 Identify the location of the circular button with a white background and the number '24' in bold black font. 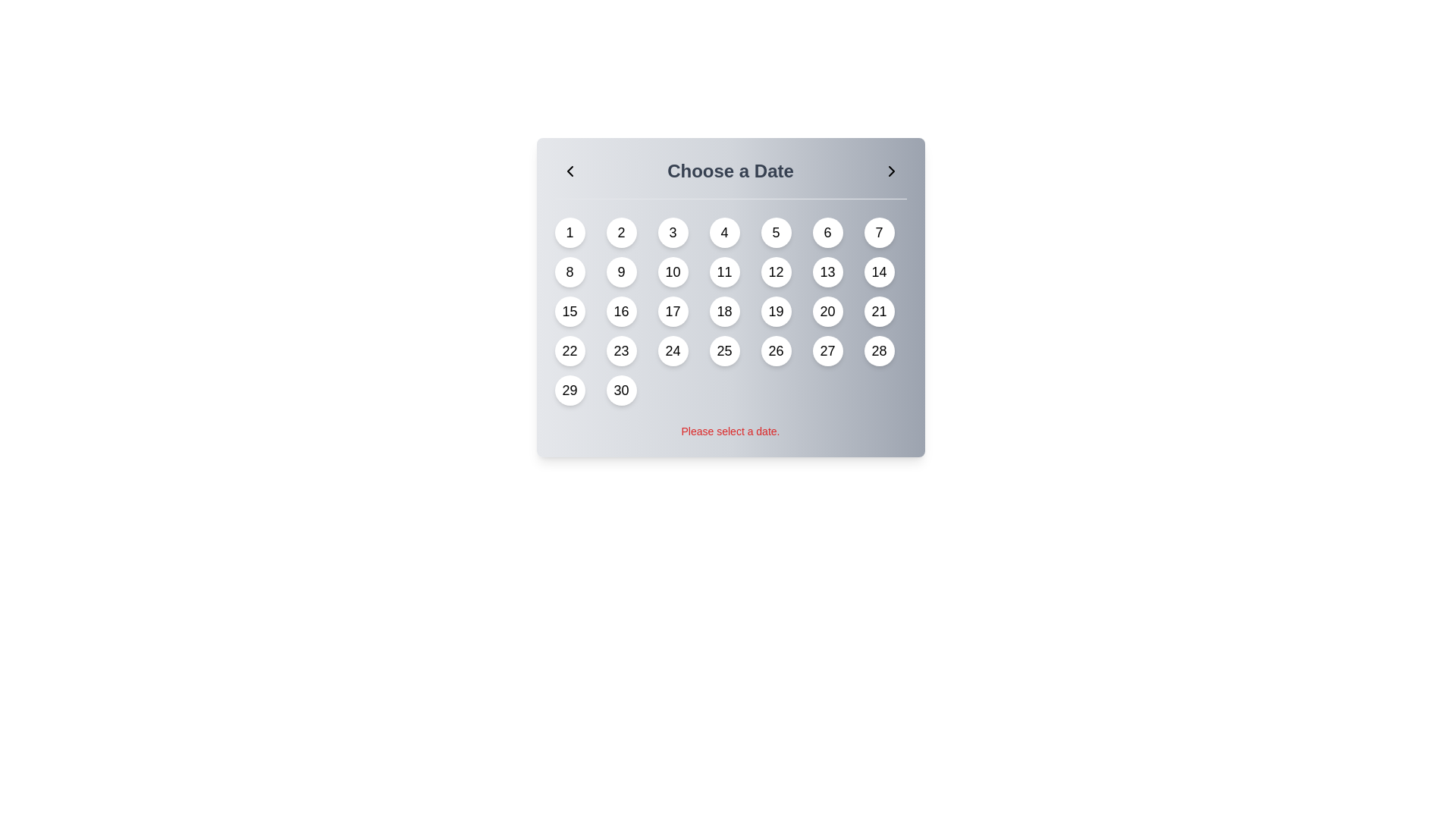
(672, 350).